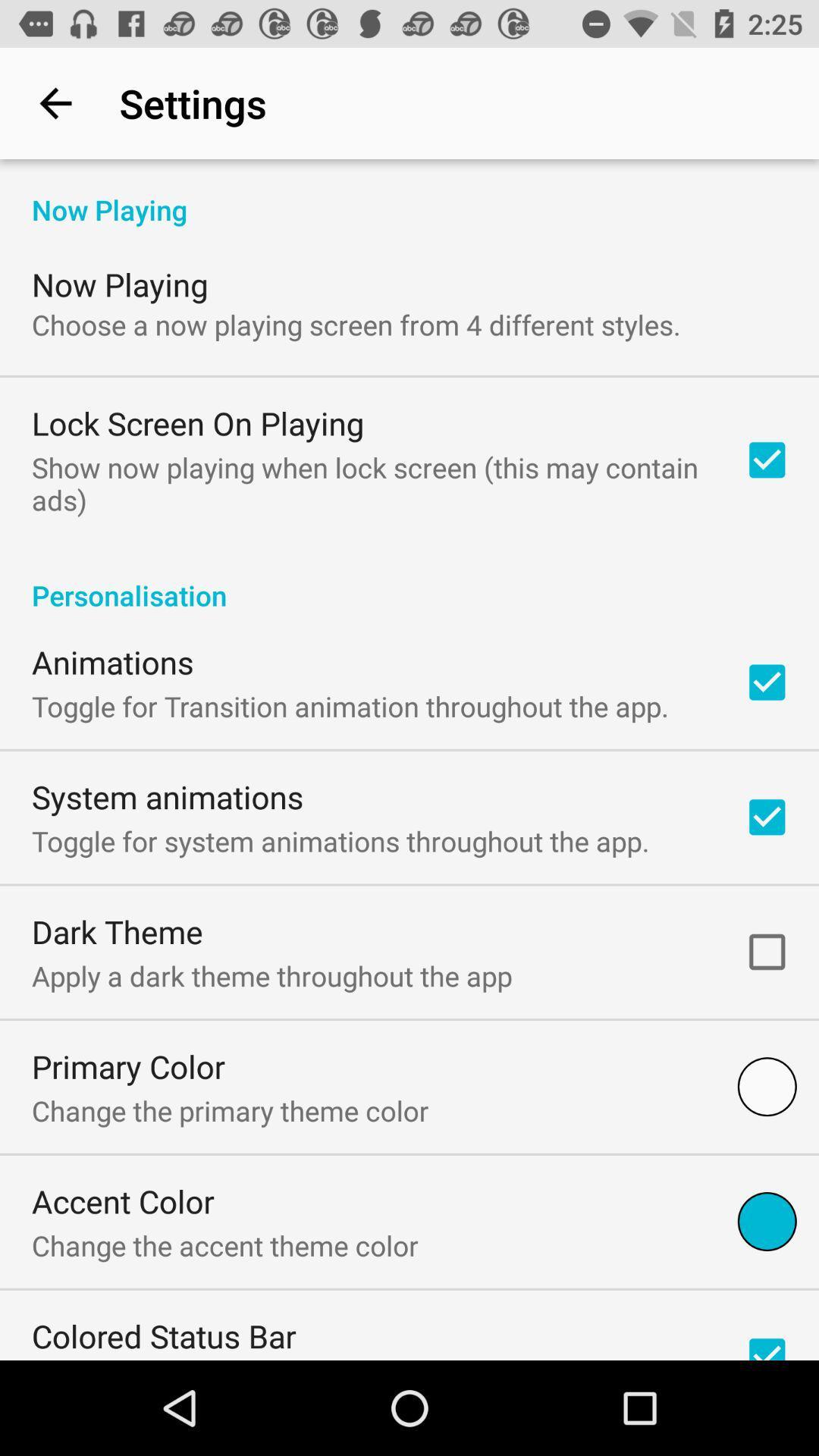  Describe the element at coordinates (271, 975) in the screenshot. I see `apply a dark` at that location.